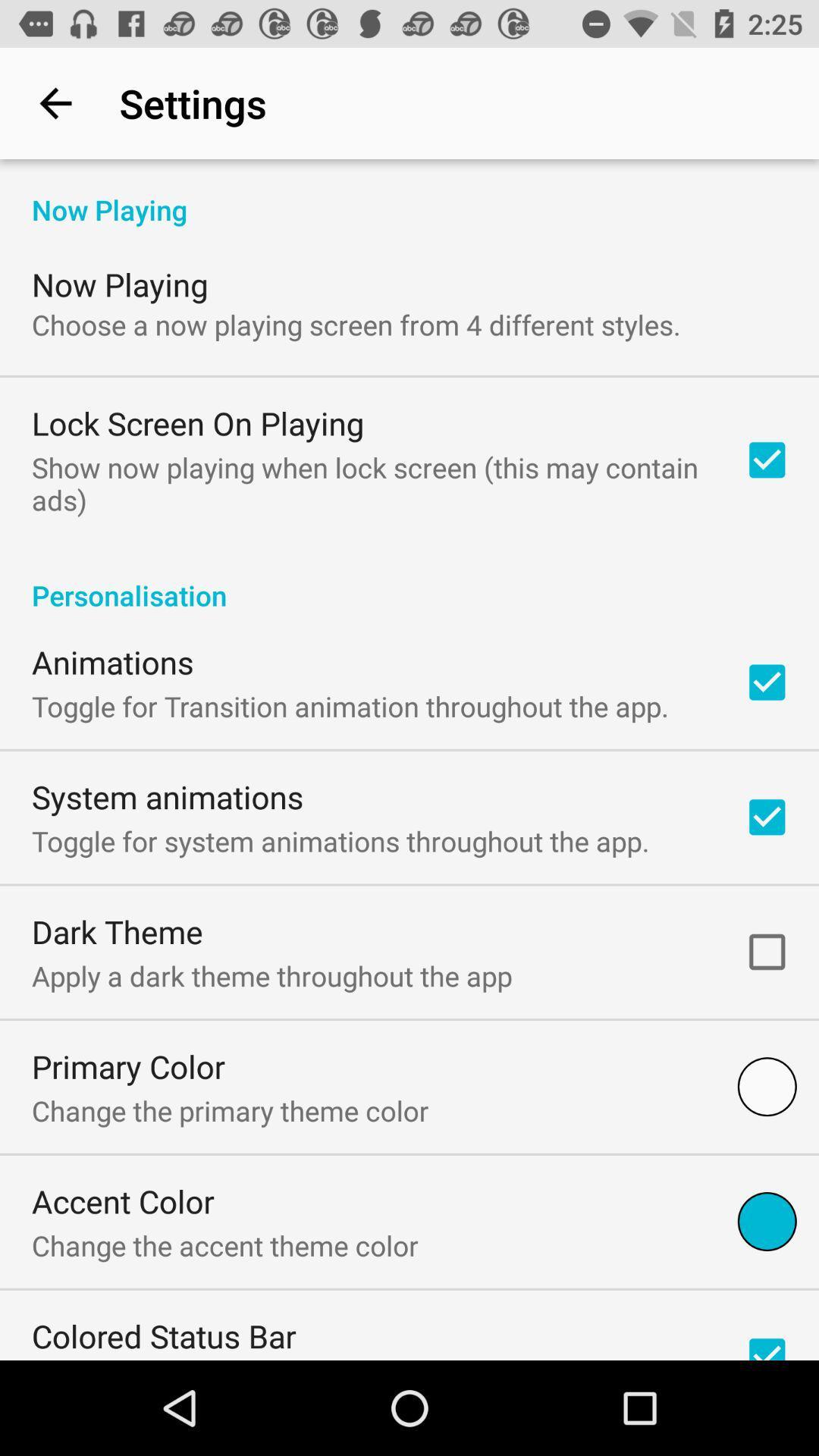  Describe the element at coordinates (271, 975) in the screenshot. I see `apply a dark` at that location.